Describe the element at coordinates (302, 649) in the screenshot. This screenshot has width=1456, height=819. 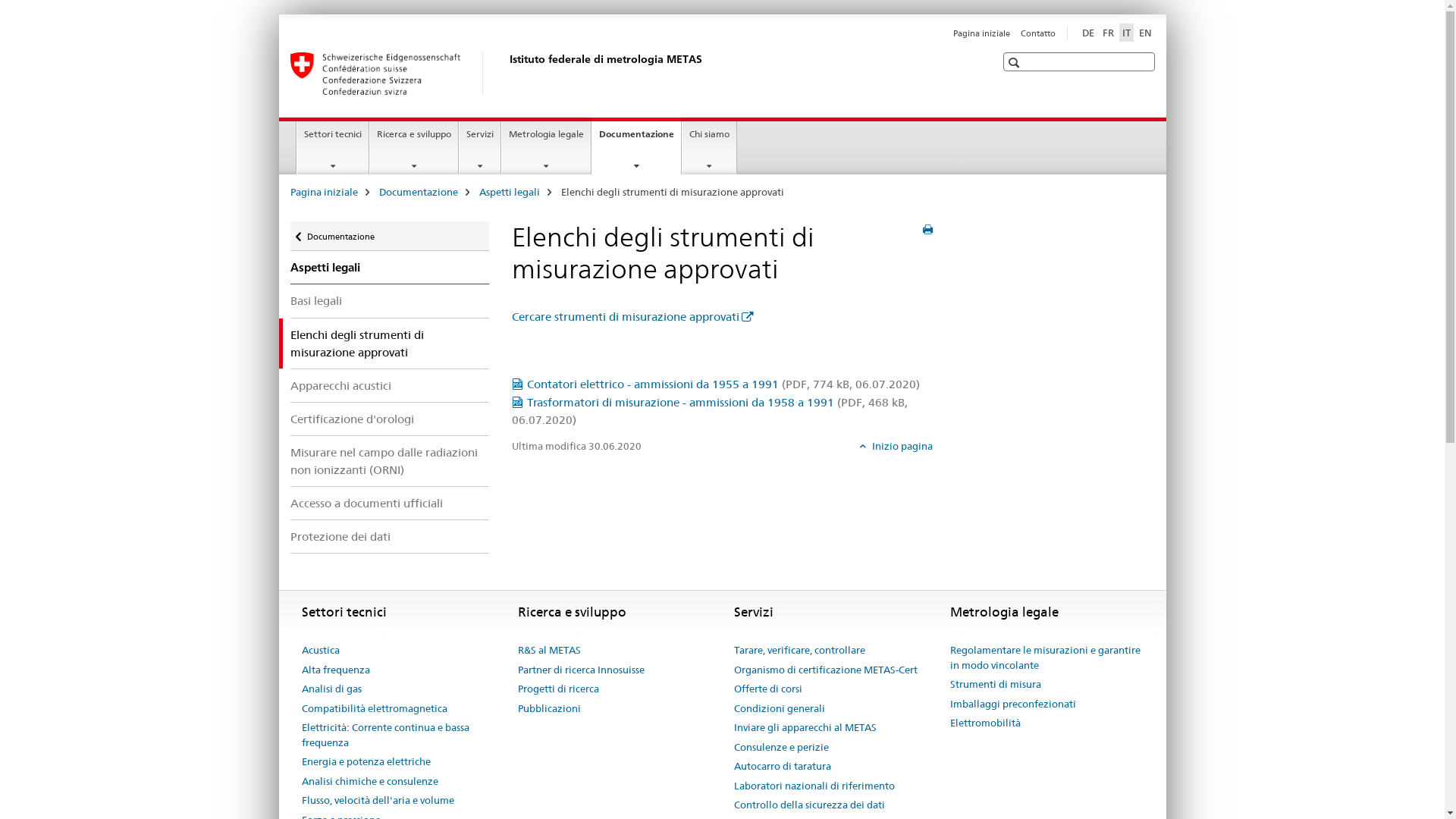
I see `'Acustica'` at that location.